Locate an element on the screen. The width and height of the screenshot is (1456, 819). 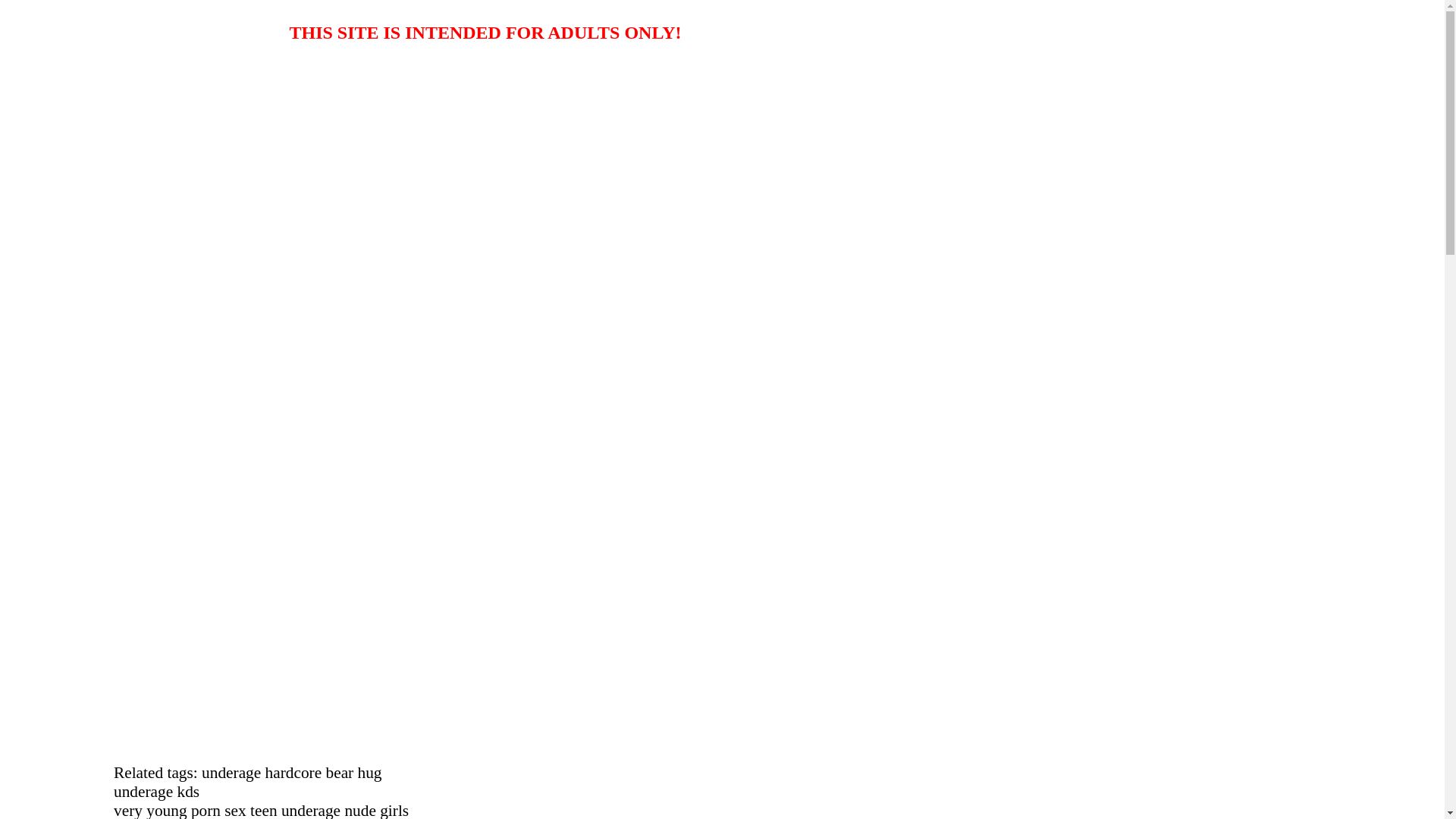
'HOME' is located at coordinates (24, 182).